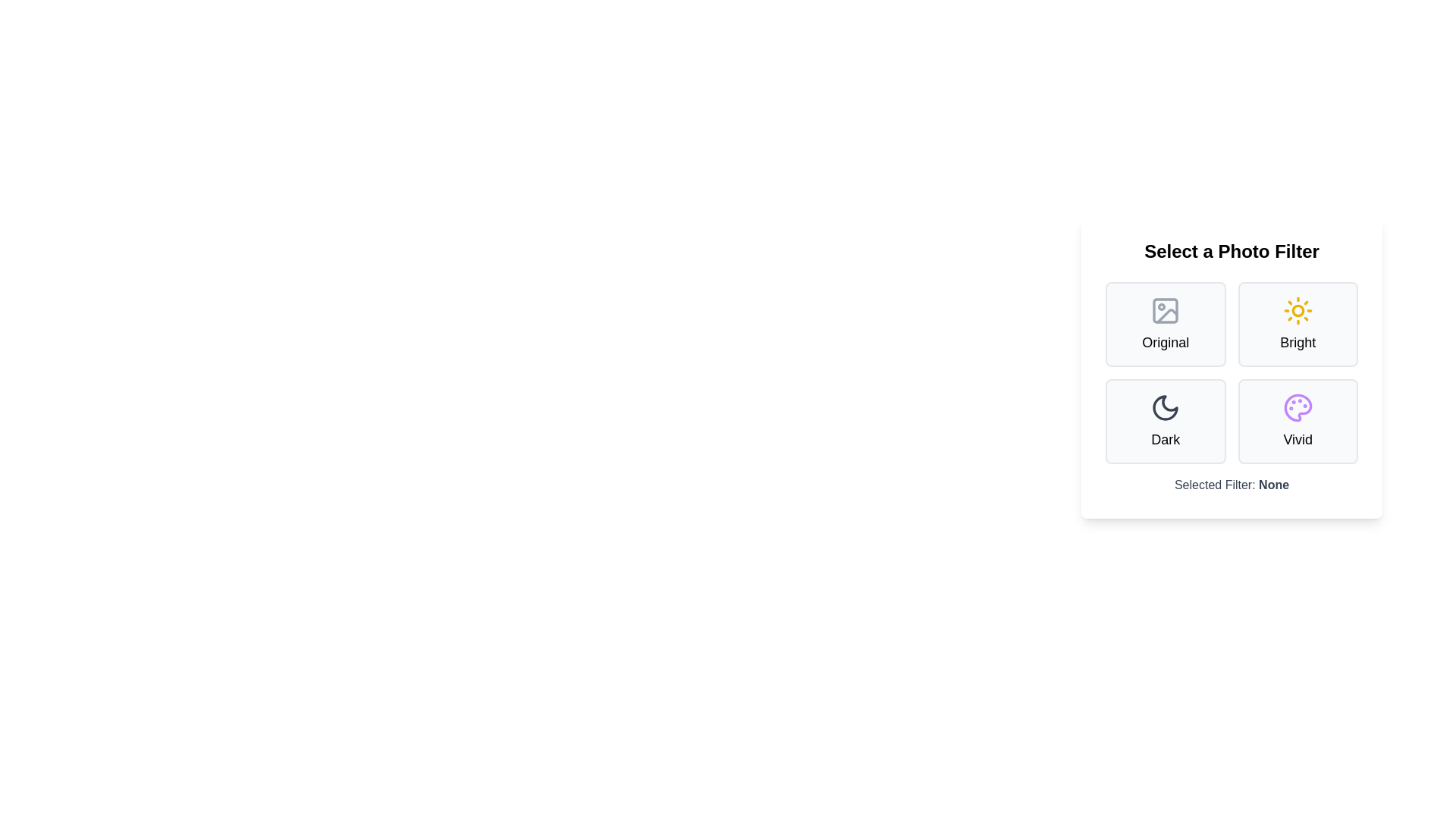 This screenshot has height=819, width=1456. Describe the element at coordinates (1297, 421) in the screenshot. I see `the filter Vivid by clicking on its button` at that location.